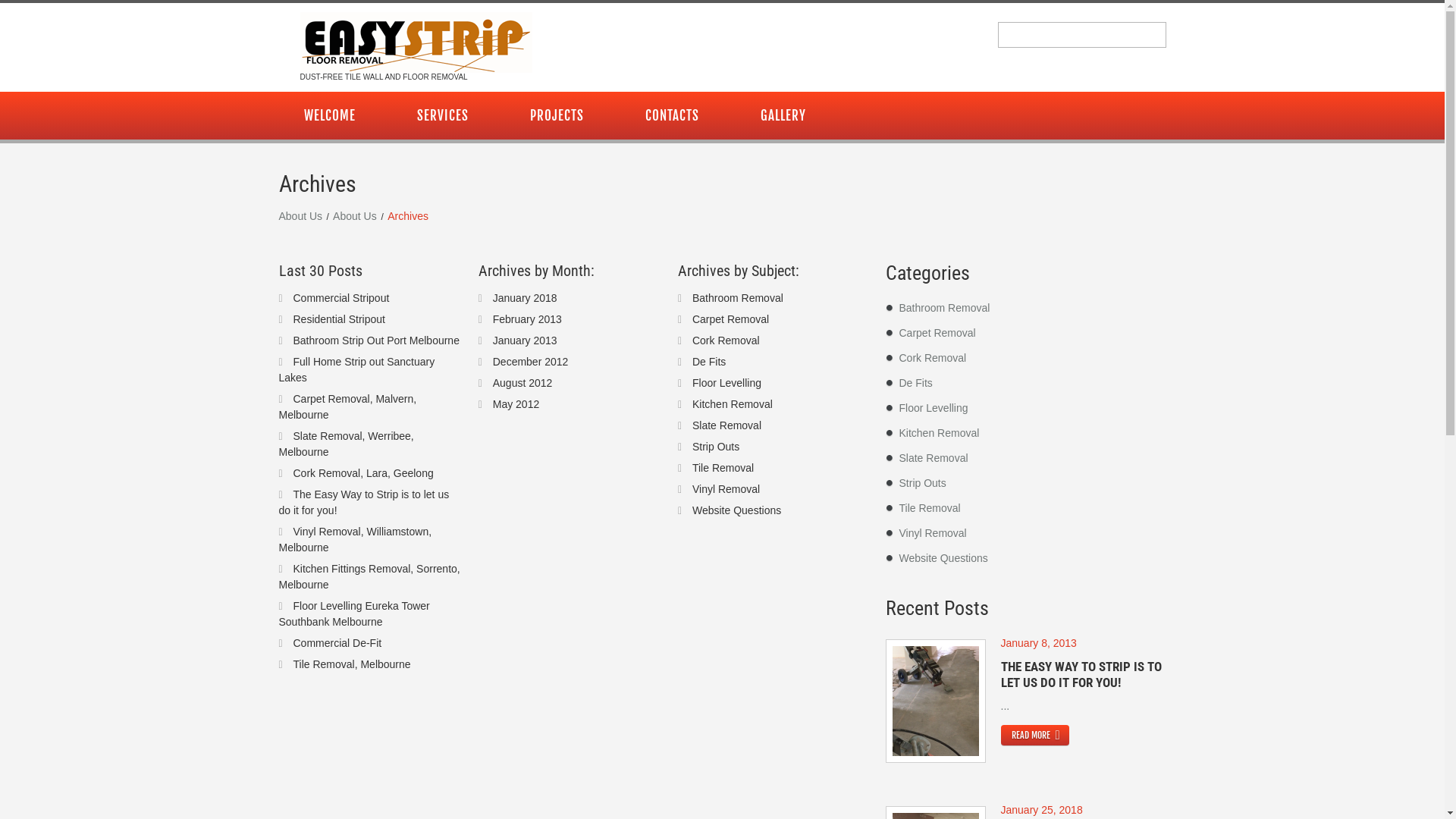  What do you see at coordinates (279, 443) in the screenshot?
I see `'Slate Removal, Werribee, Melbourne'` at bounding box center [279, 443].